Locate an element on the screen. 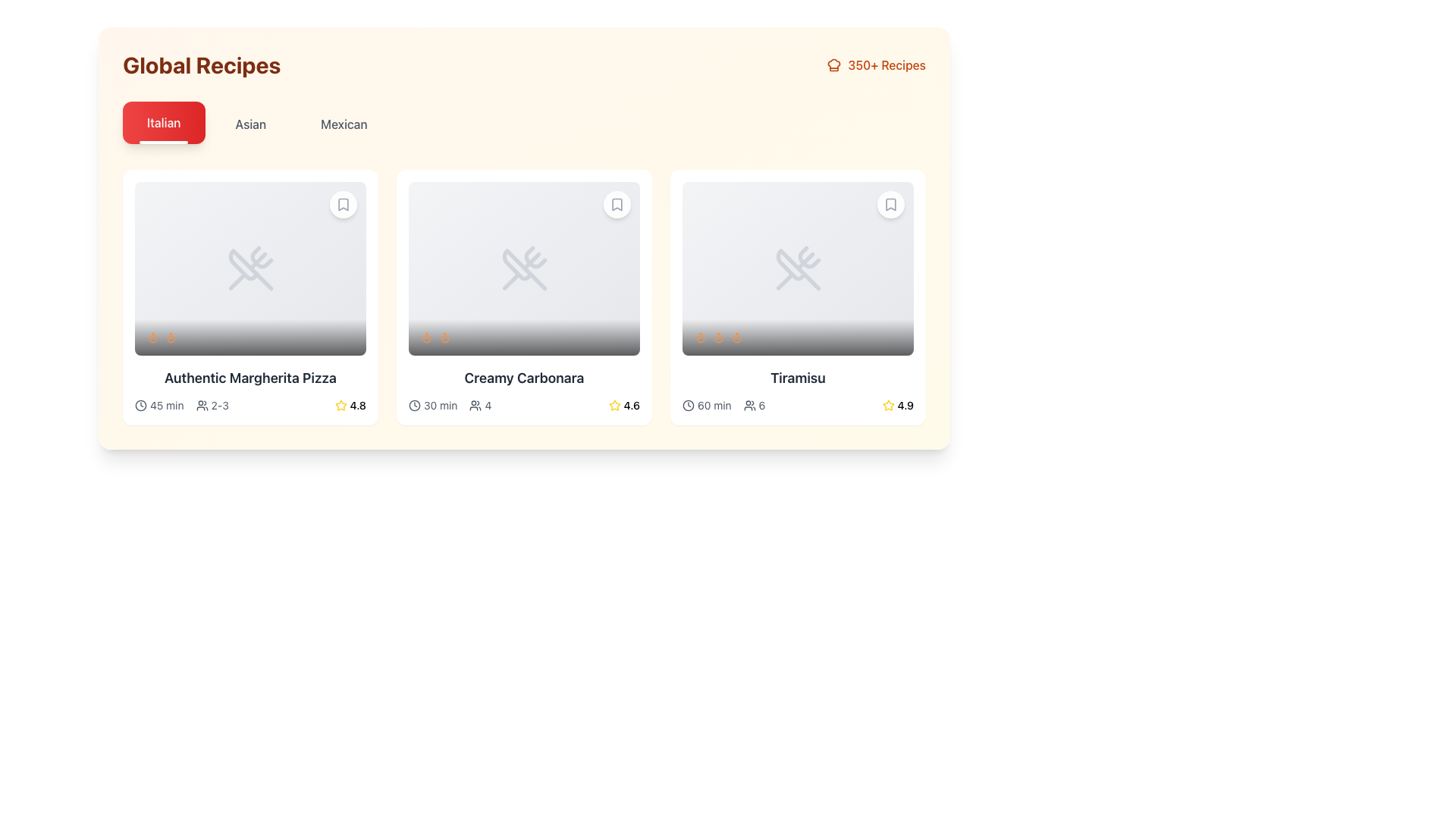 The width and height of the screenshot is (1456, 819). the Text component displaying '2-3', which is styled with a gray font and positioned to the right of an icon representing a group of people, located in the bottom section of the first recipe card in the recipe gallery is located at coordinates (212, 404).